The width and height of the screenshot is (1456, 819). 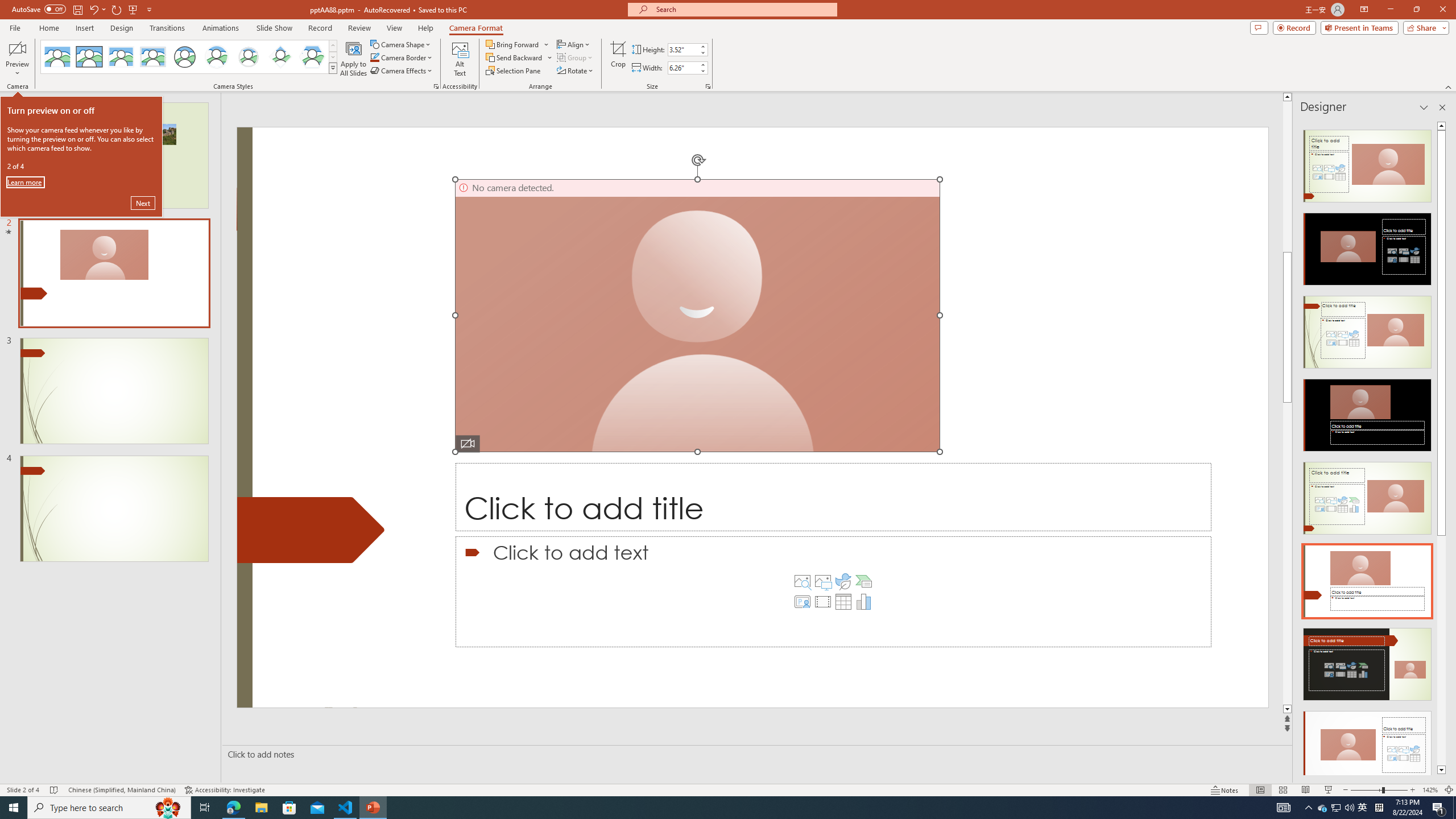 I want to click on 'Soft Edge Rectangle', so click(x=152, y=56).